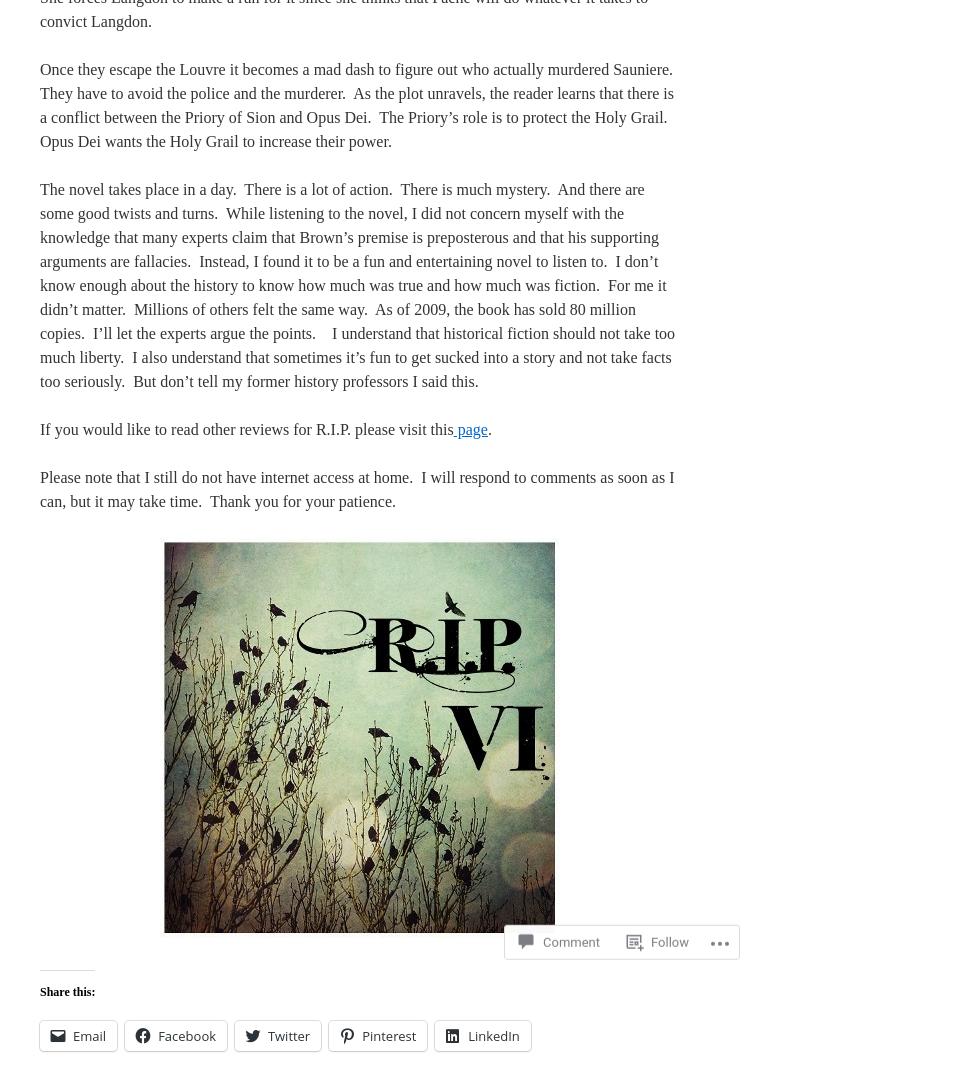 The image size is (980, 1065). What do you see at coordinates (571, 907) in the screenshot?
I see `'Comment'` at bounding box center [571, 907].